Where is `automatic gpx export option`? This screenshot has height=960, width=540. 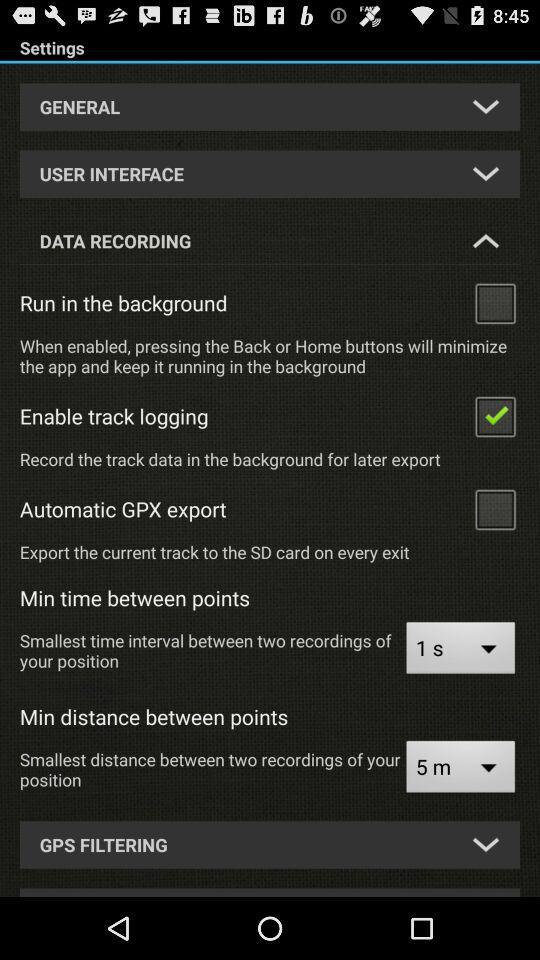 automatic gpx export option is located at coordinates (494, 507).